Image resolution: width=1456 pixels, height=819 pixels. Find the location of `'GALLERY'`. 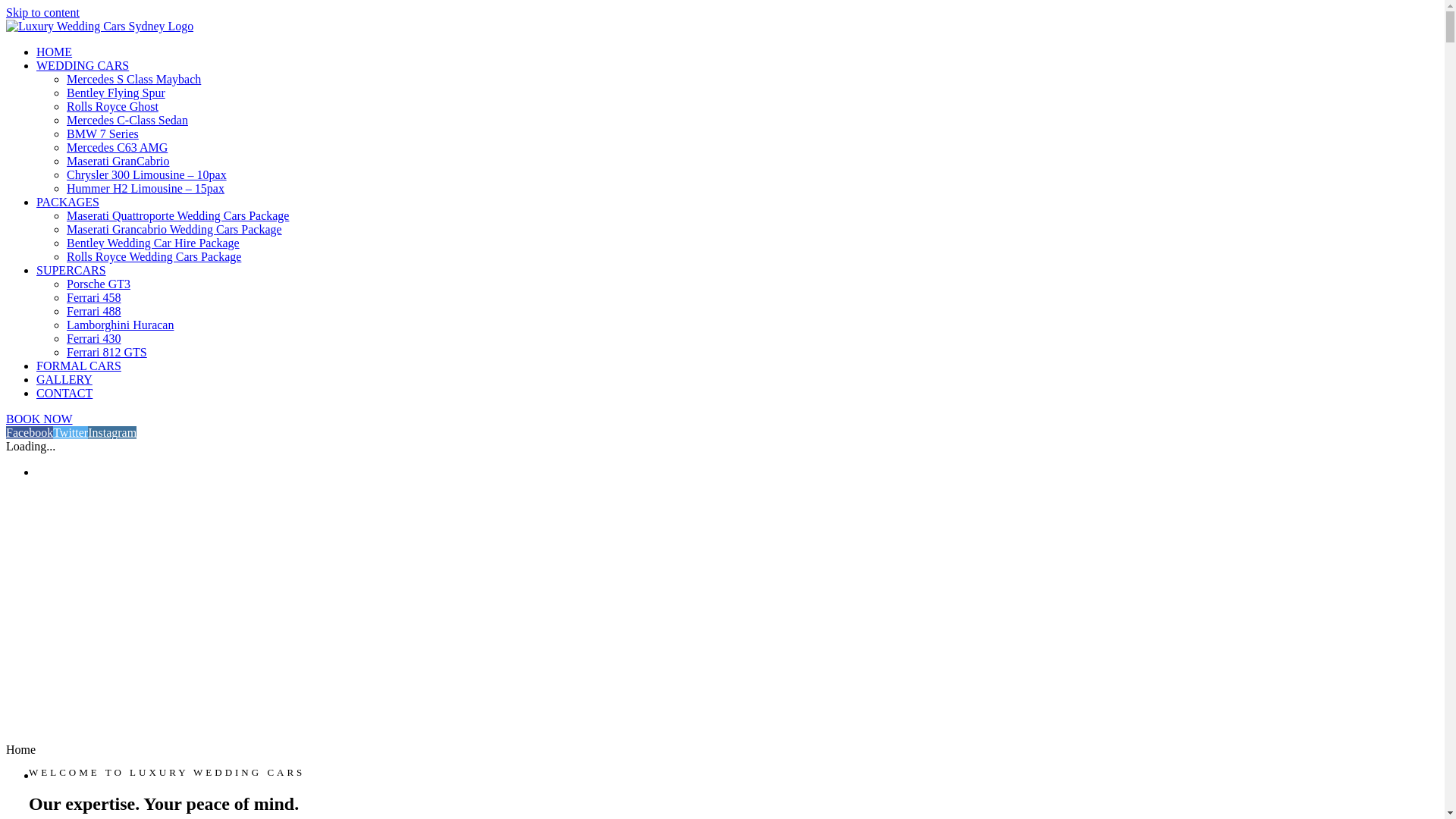

'GALLERY' is located at coordinates (64, 378).